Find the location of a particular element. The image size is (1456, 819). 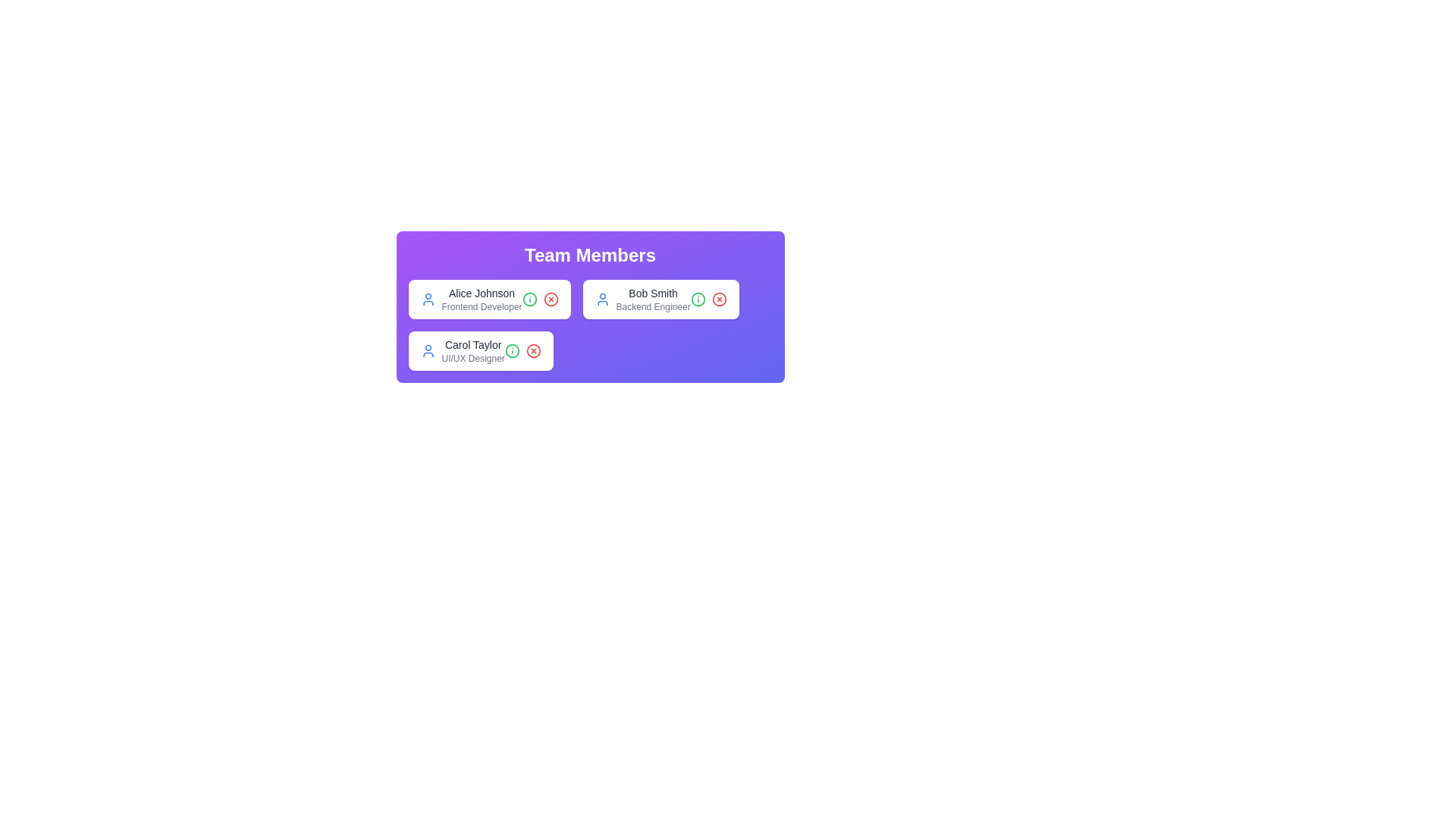

the info icon for Alice Johnson to view their information is located at coordinates (529, 299).